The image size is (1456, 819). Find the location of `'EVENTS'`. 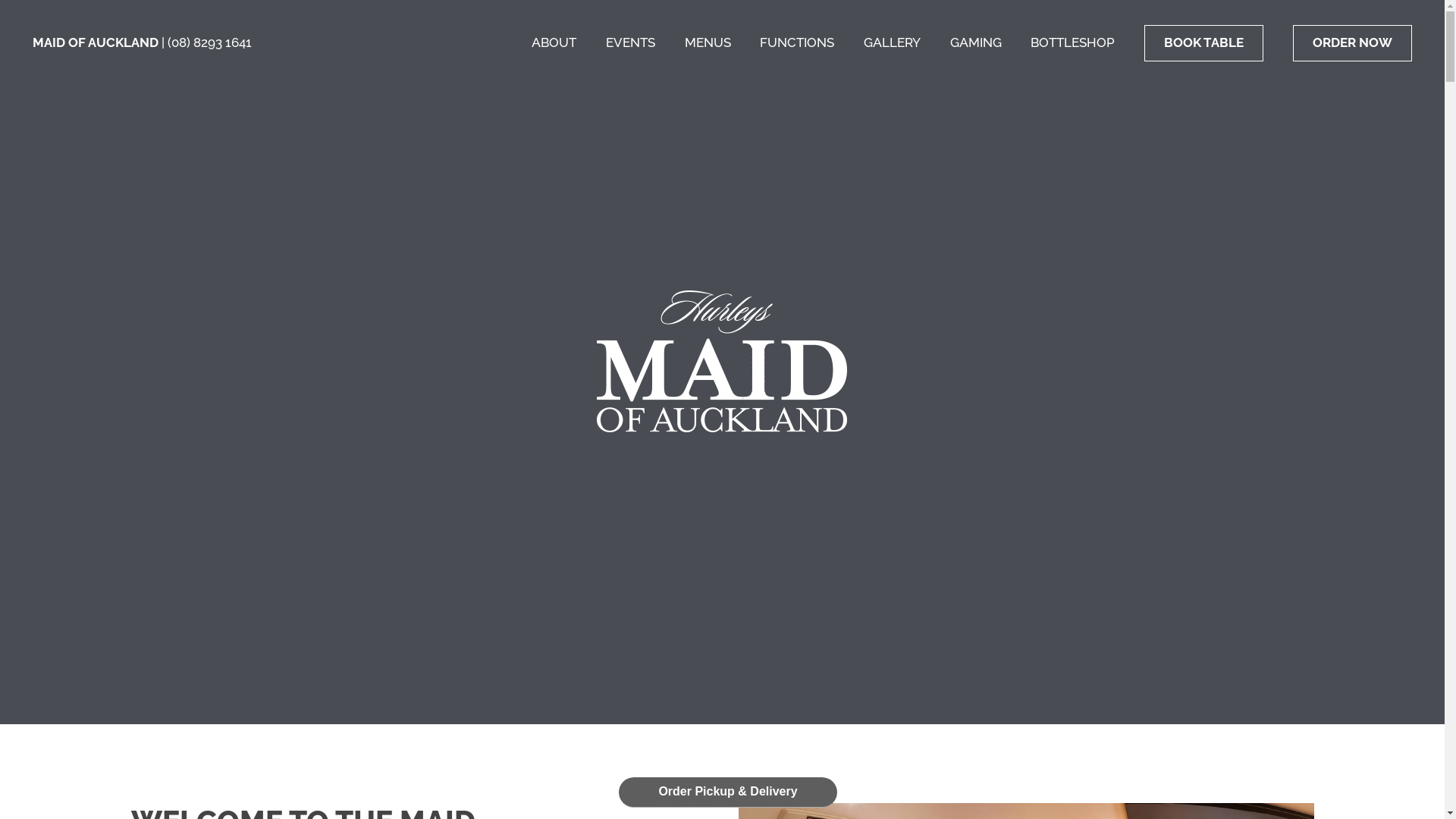

'EVENTS' is located at coordinates (604, 42).